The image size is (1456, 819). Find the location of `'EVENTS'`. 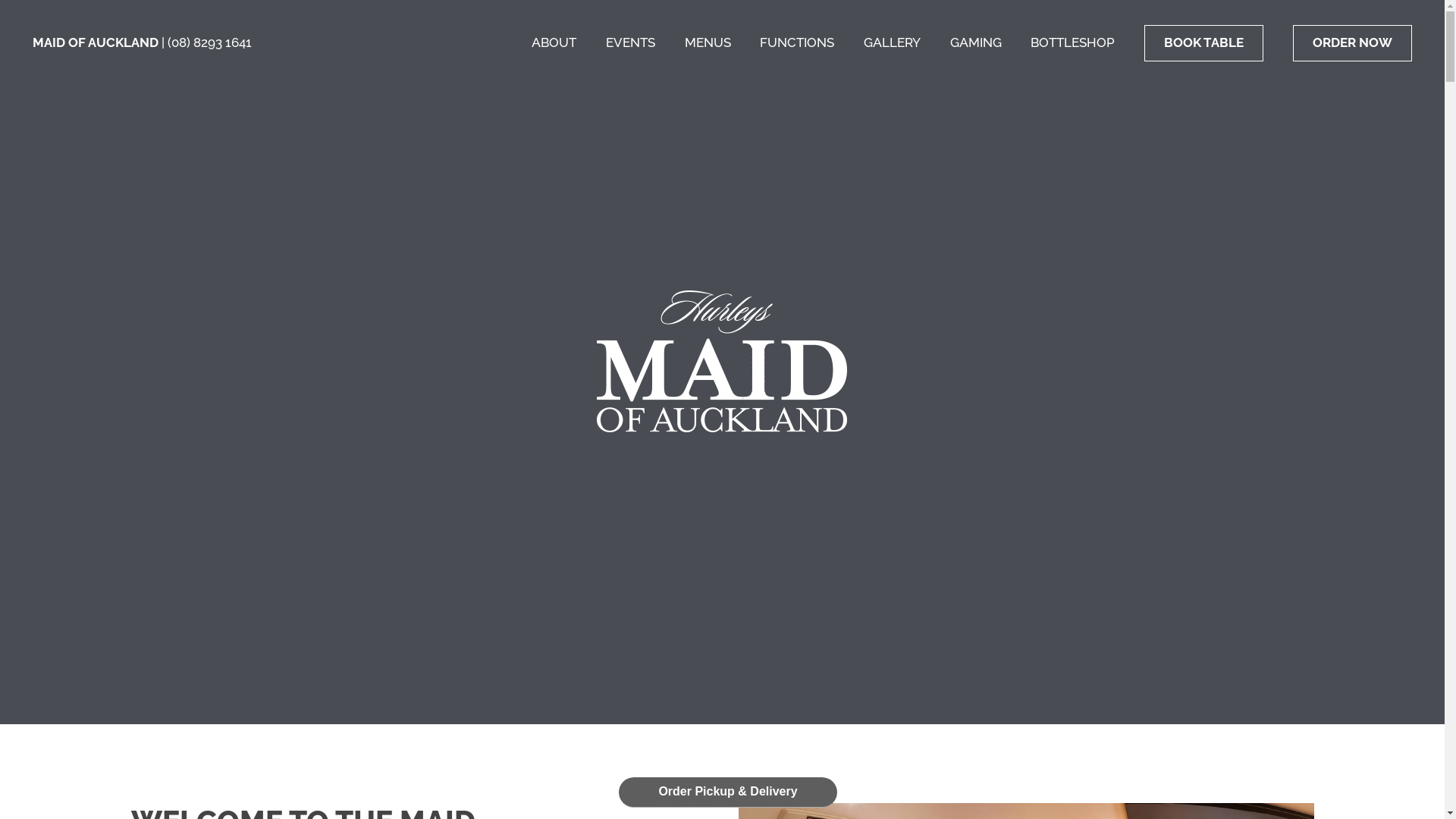

'EVENTS' is located at coordinates (604, 42).